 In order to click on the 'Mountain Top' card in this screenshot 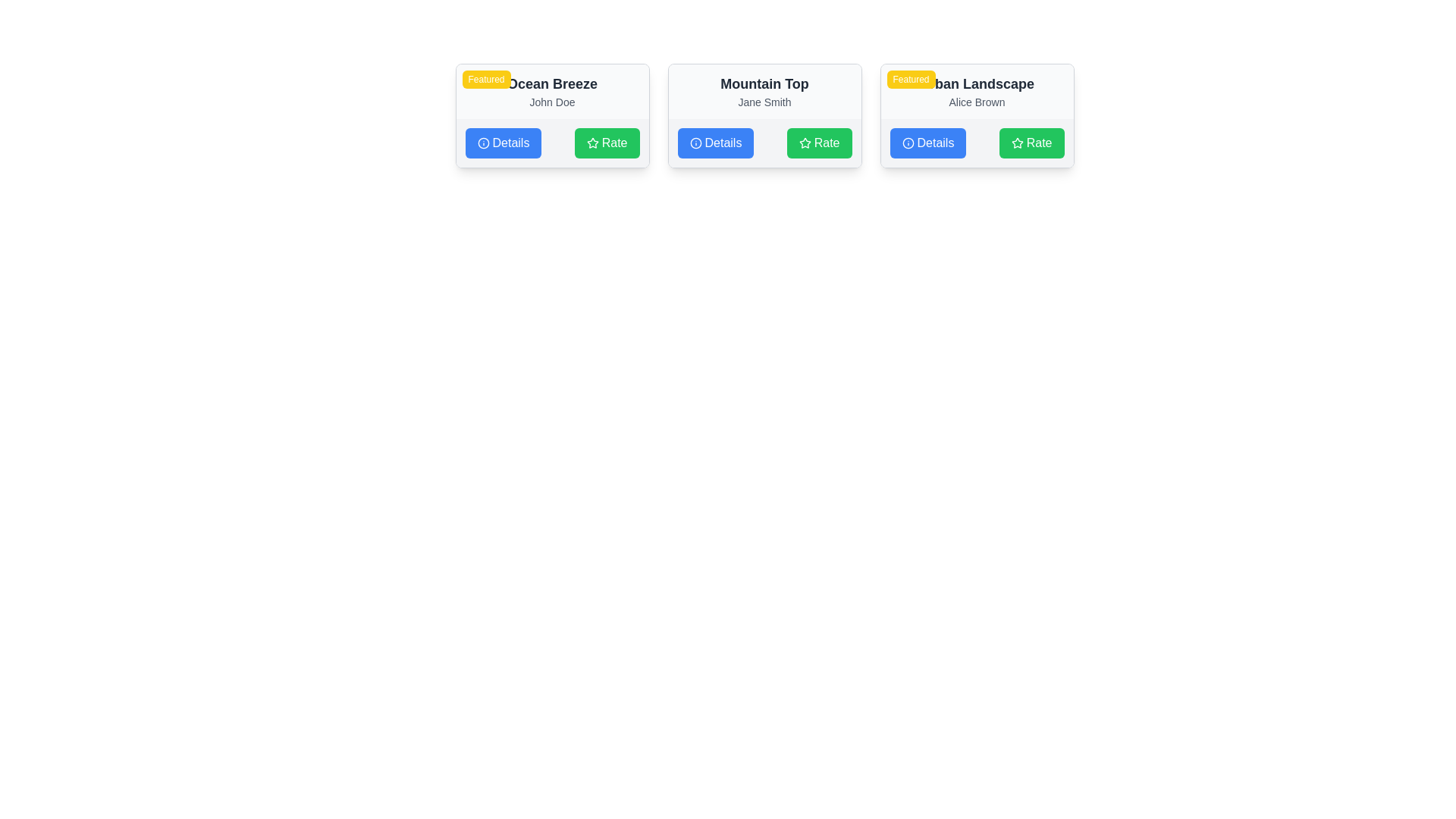, I will do `click(764, 115)`.